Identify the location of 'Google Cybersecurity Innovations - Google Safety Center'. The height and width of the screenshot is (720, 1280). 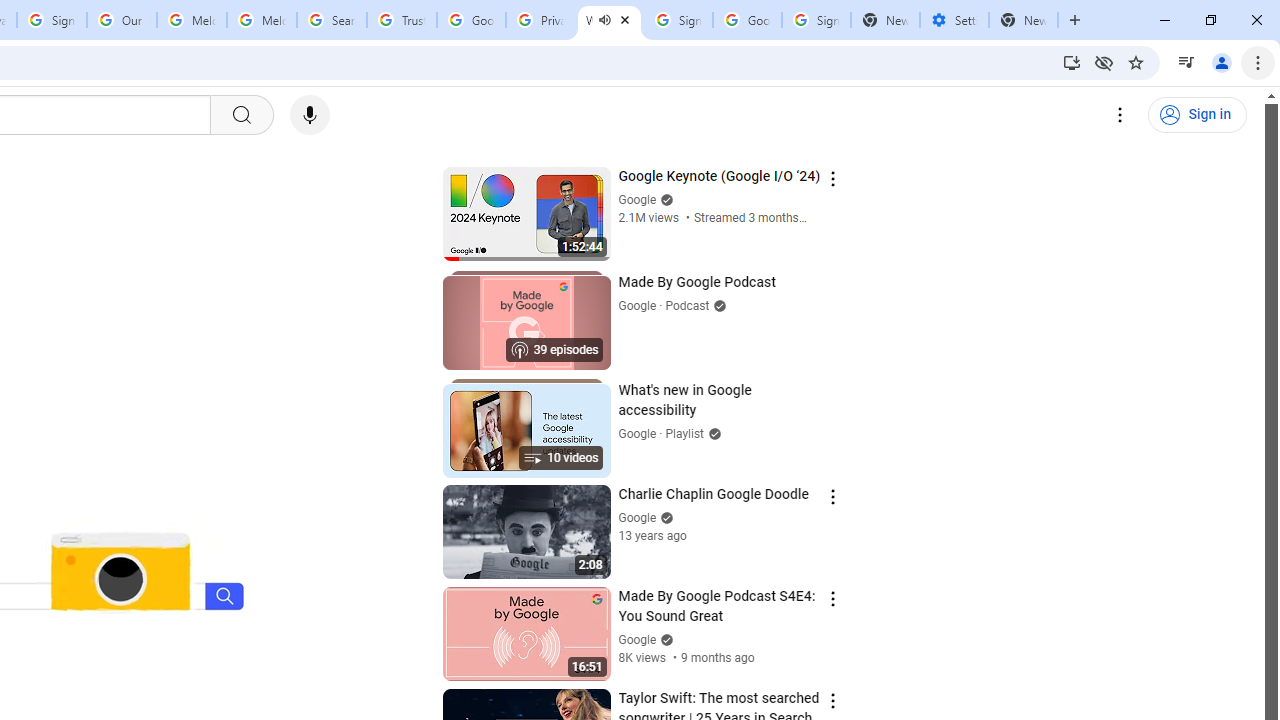
(746, 20).